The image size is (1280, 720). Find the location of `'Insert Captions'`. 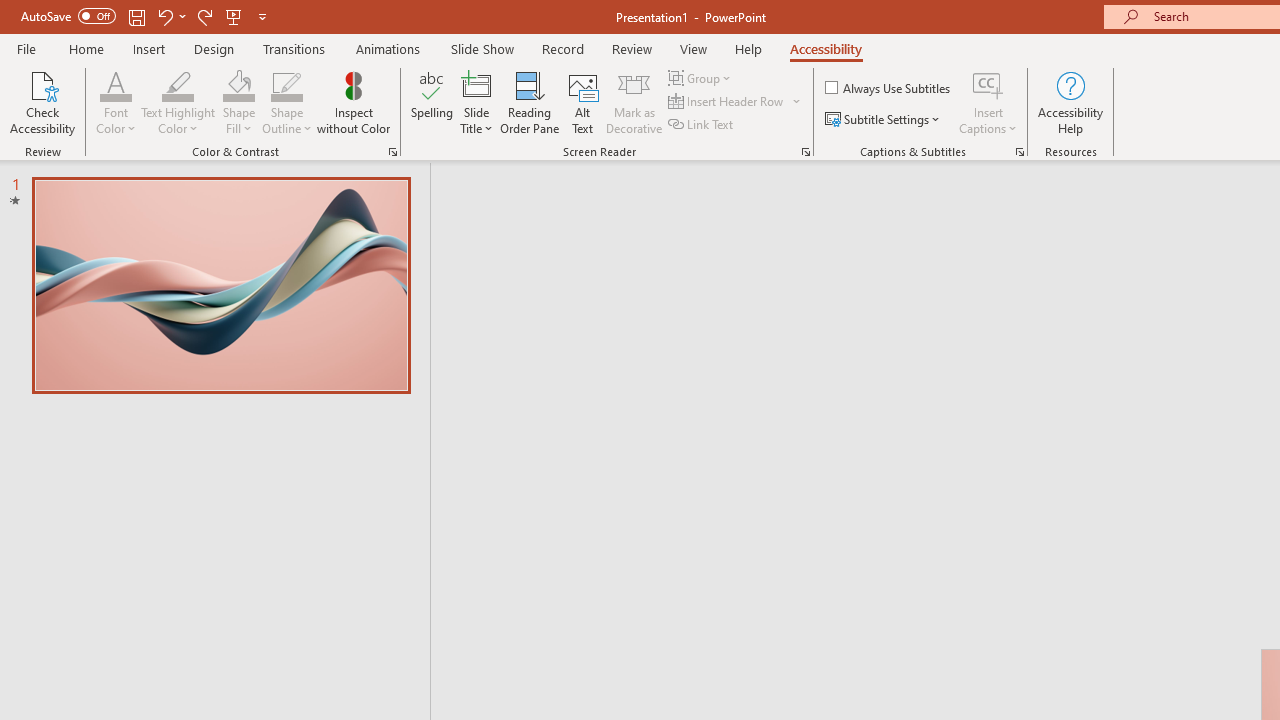

'Insert Captions' is located at coordinates (988, 84).